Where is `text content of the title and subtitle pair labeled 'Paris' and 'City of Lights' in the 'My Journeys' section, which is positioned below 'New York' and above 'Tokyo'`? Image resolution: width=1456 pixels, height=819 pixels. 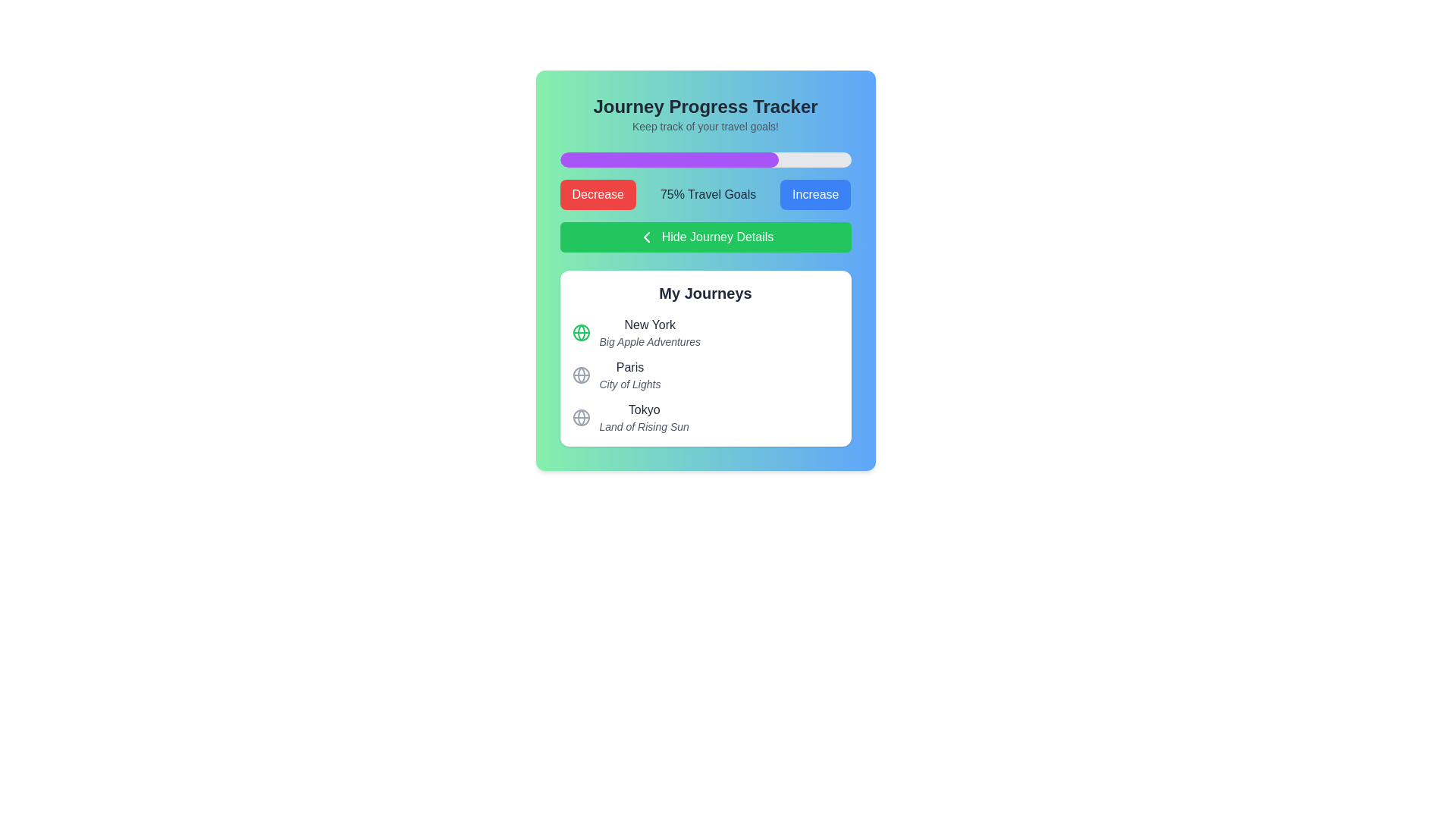 text content of the title and subtitle pair labeled 'Paris' and 'City of Lights' in the 'My Journeys' section, which is positioned below 'New York' and above 'Tokyo' is located at coordinates (629, 375).